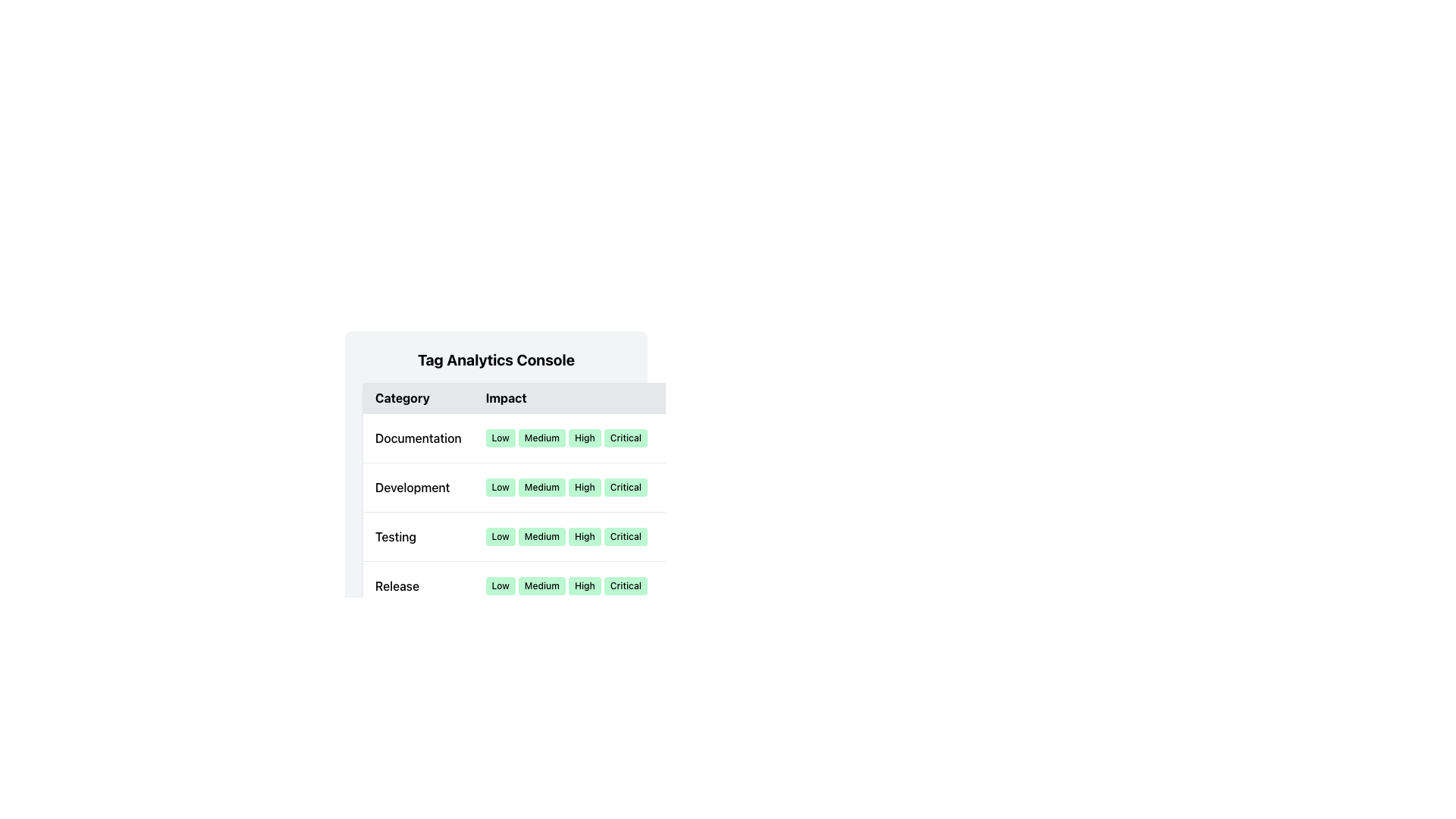 This screenshot has width=1456, height=819. What do you see at coordinates (626, 585) in the screenshot?
I see `the button-like label with a green background and the text 'Critical' in the Impact section of the Release row` at bounding box center [626, 585].